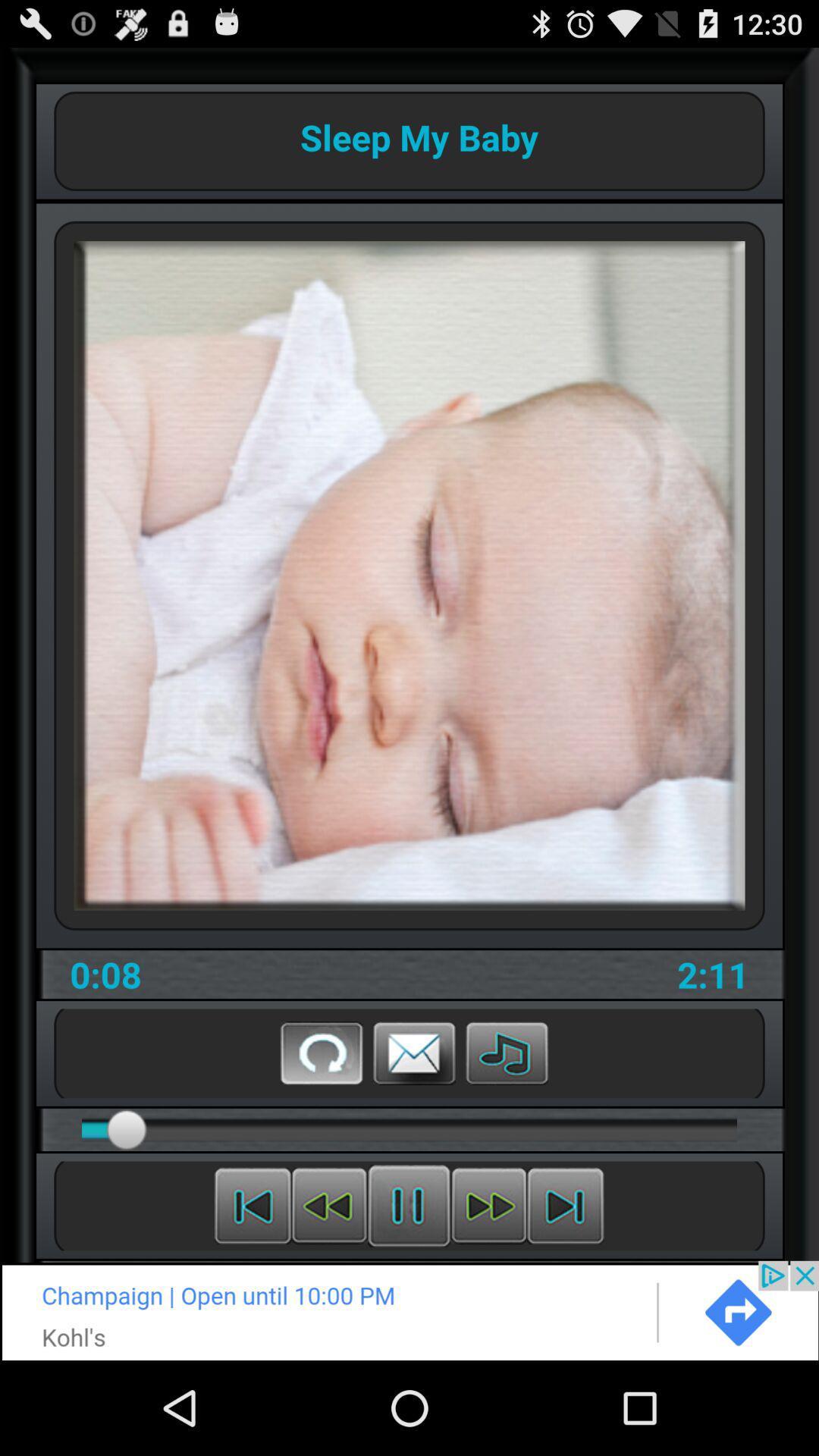  I want to click on the av_rewind icon, so click(328, 1290).